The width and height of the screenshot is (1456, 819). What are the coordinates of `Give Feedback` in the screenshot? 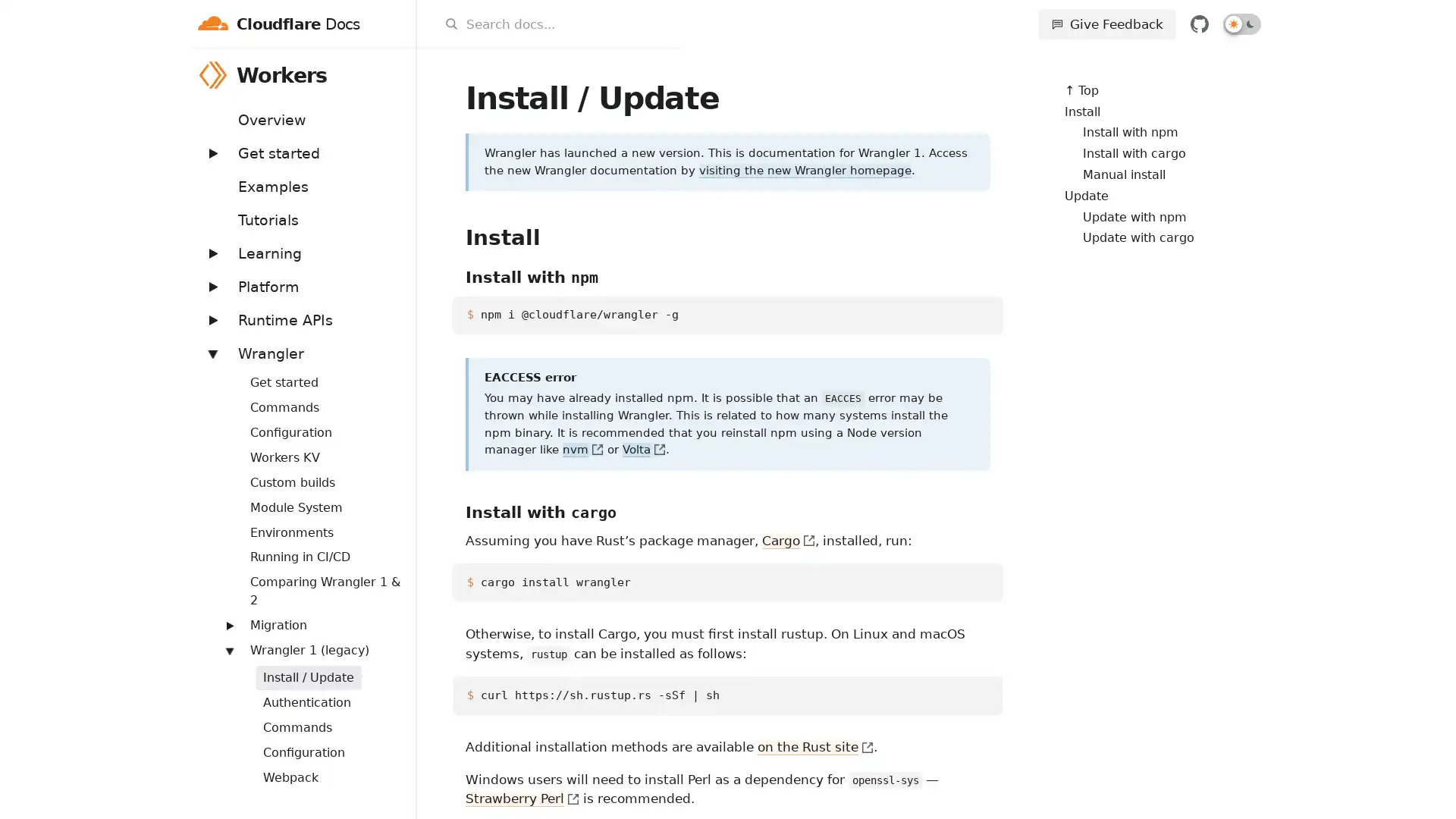 It's located at (1106, 24).